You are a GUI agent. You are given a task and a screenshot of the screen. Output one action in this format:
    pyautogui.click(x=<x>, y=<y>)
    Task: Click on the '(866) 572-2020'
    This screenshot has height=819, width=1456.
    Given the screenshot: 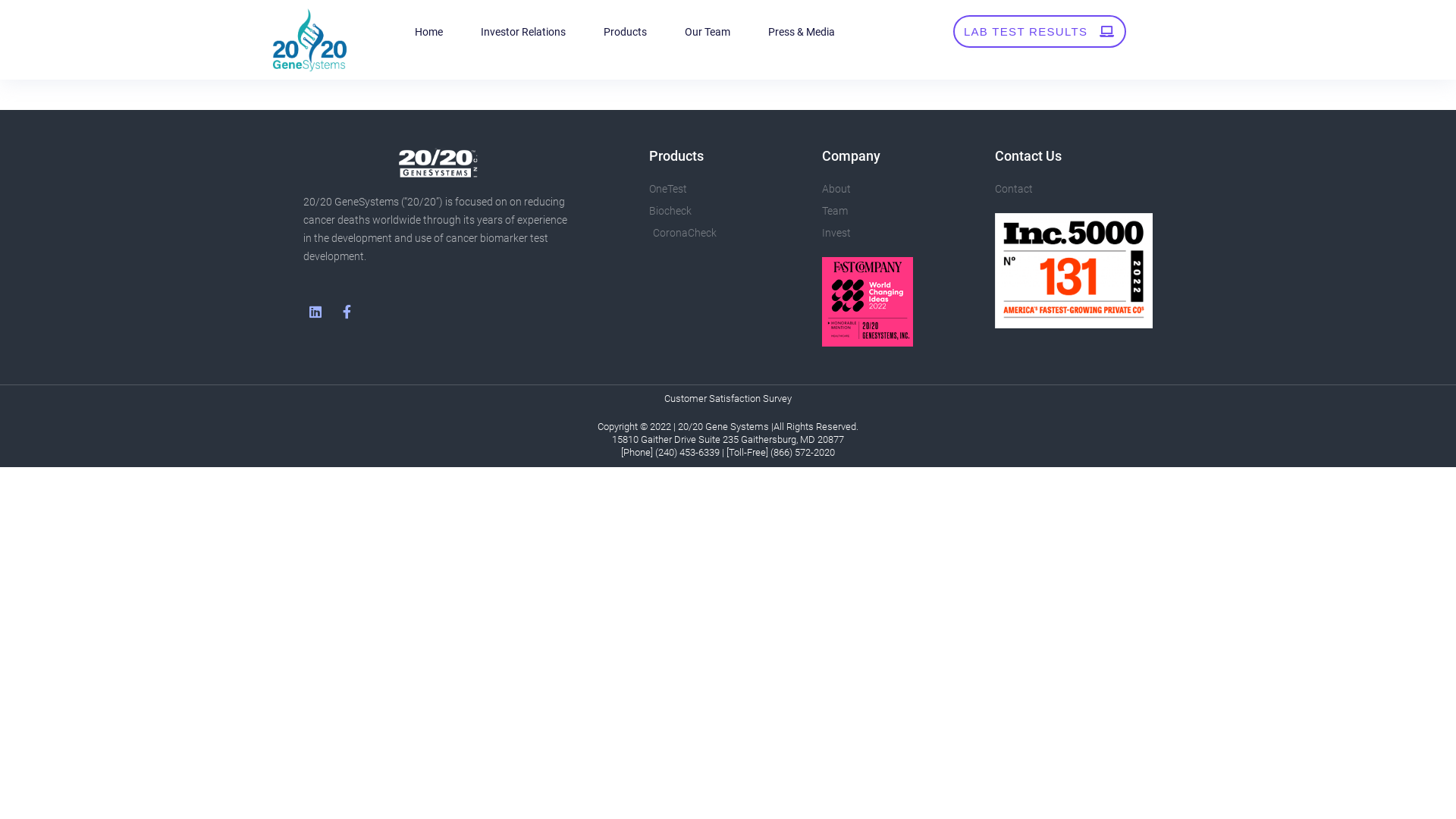 What is the action you would take?
    pyautogui.click(x=802, y=451)
    